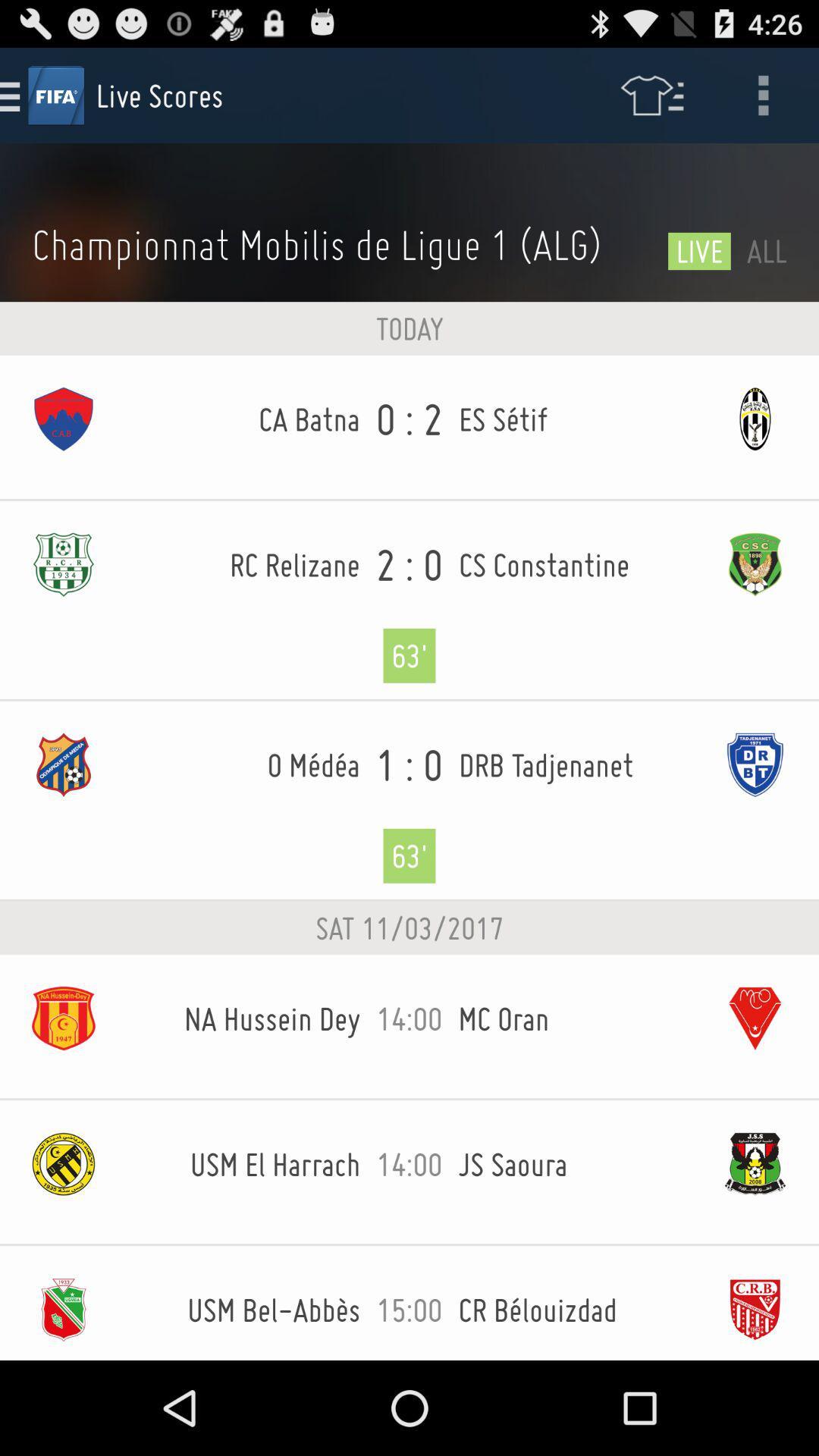 This screenshot has width=819, height=1456. What do you see at coordinates (243, 1018) in the screenshot?
I see `na hussein dey` at bounding box center [243, 1018].